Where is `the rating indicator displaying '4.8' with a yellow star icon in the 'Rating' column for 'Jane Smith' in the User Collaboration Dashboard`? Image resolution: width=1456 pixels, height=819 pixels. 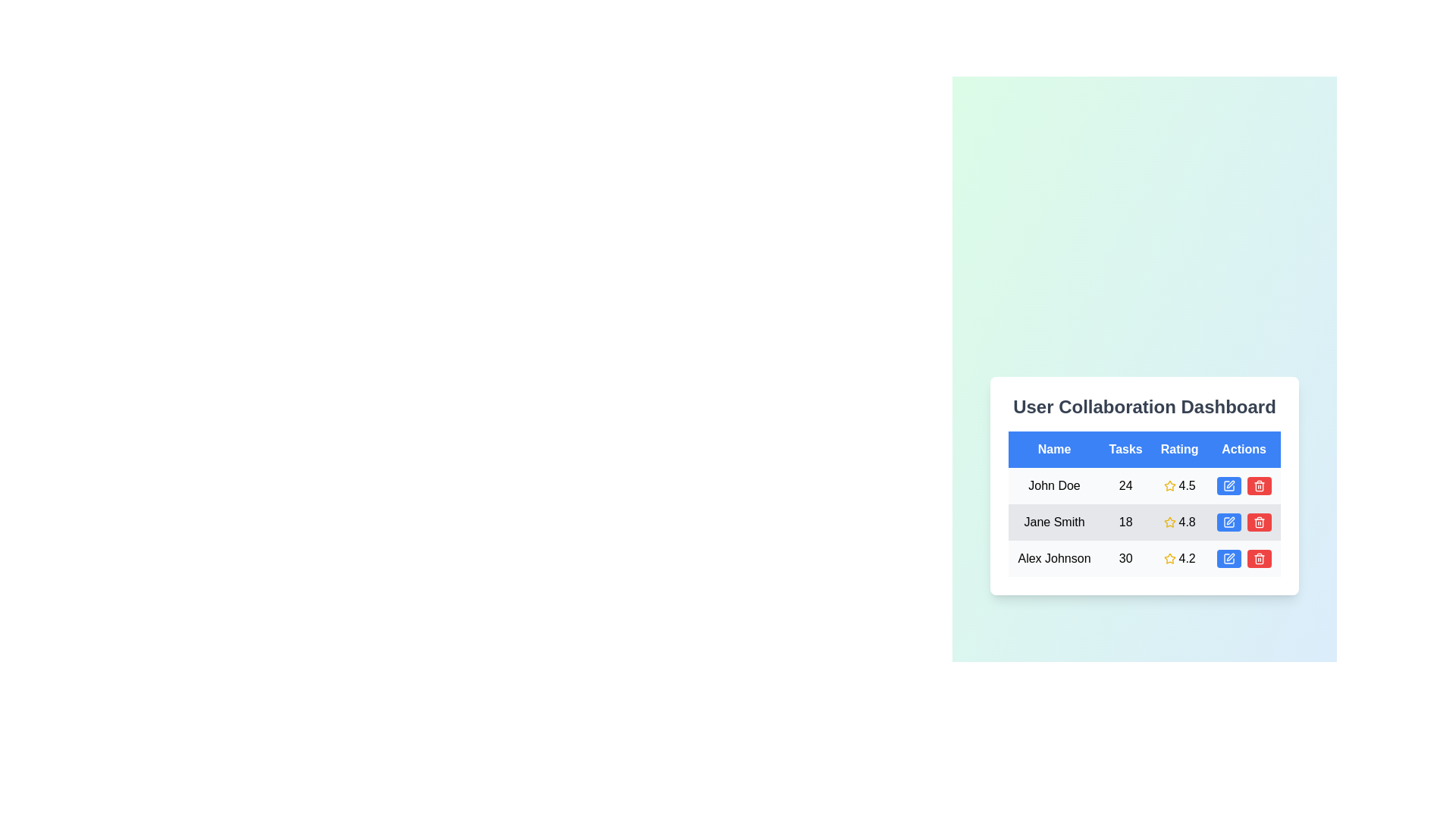 the rating indicator displaying '4.8' with a yellow star icon in the 'Rating' column for 'Jane Smith' in the User Collaboration Dashboard is located at coordinates (1178, 522).